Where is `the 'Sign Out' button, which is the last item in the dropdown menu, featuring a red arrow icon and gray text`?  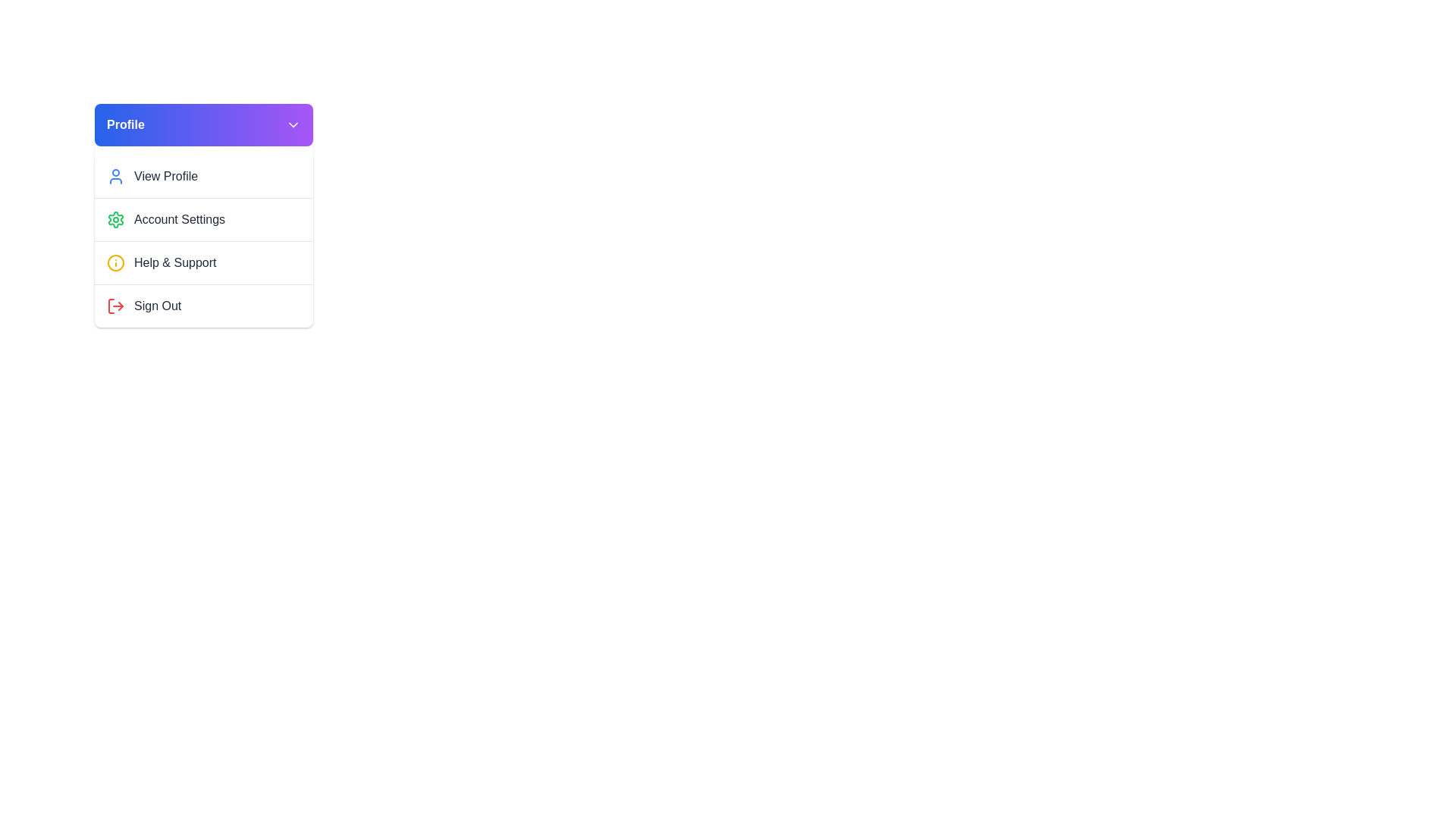 the 'Sign Out' button, which is the last item in the dropdown menu, featuring a red arrow icon and gray text is located at coordinates (202, 305).